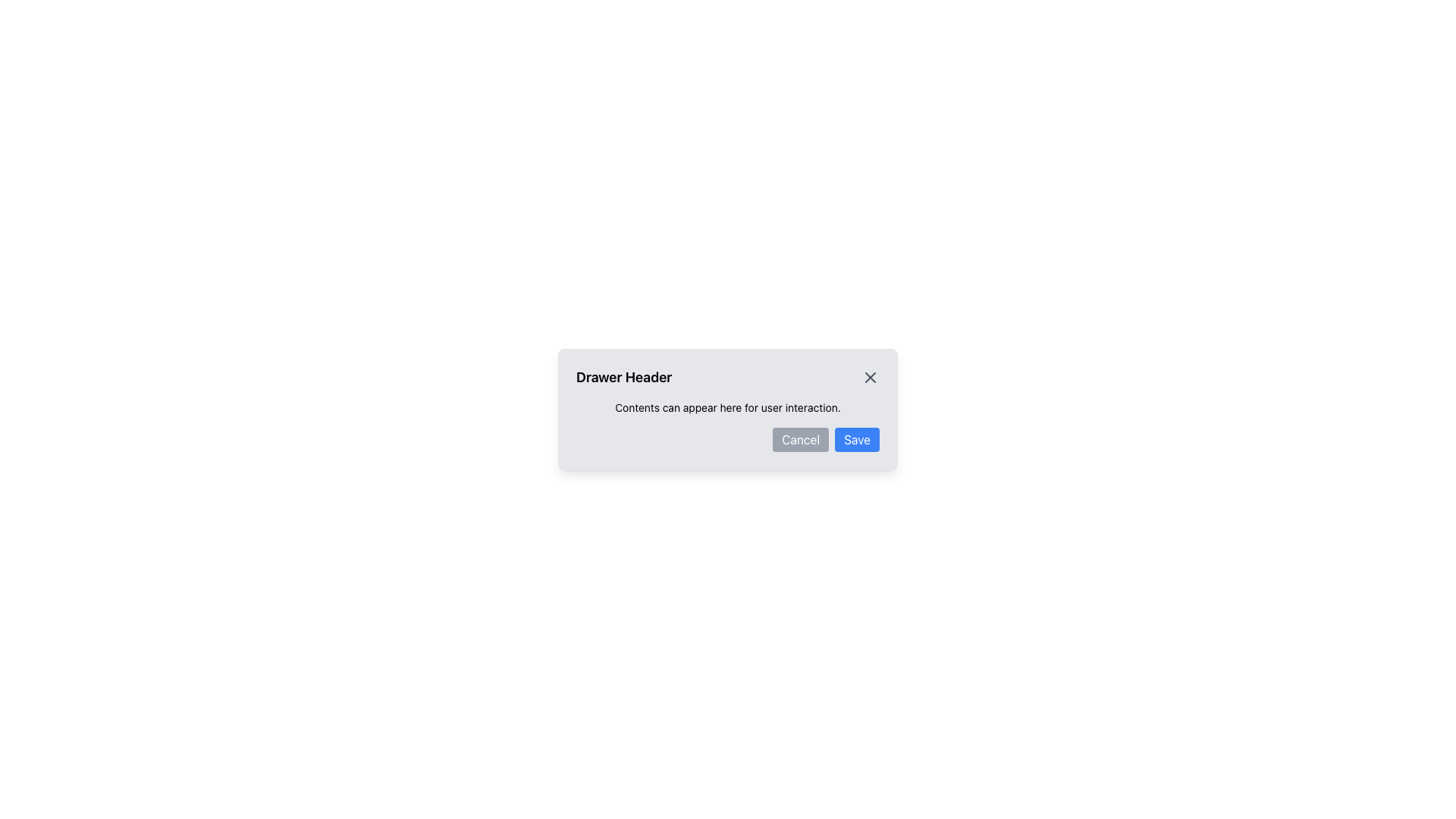 Image resolution: width=1456 pixels, height=819 pixels. Describe the element at coordinates (857, 439) in the screenshot. I see `the 'Save' button, which is a rectangular button with a blue background and white text, located at the bottom-right corner of a dialog box` at that location.